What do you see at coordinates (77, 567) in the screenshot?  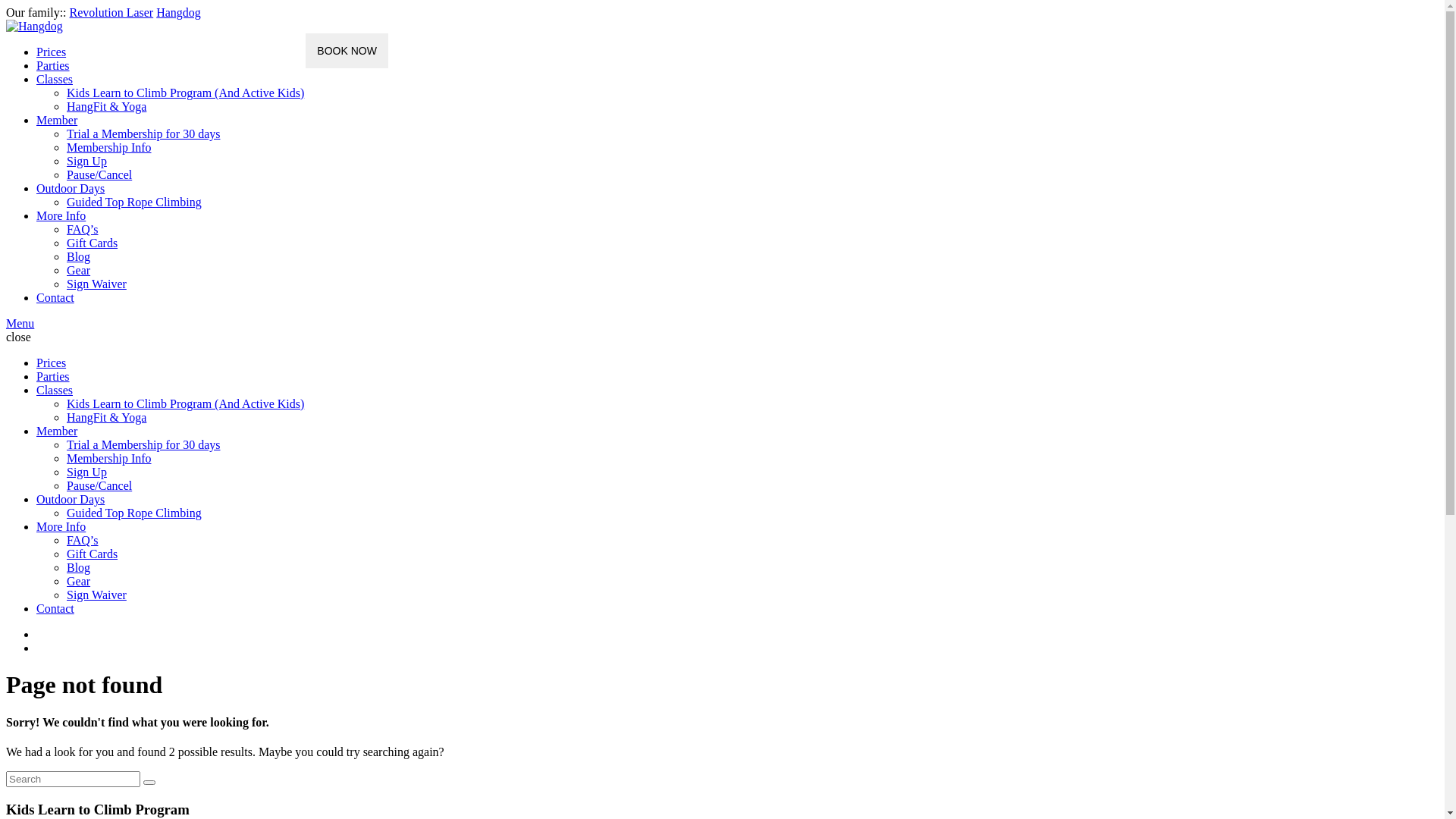 I see `'Blog'` at bounding box center [77, 567].